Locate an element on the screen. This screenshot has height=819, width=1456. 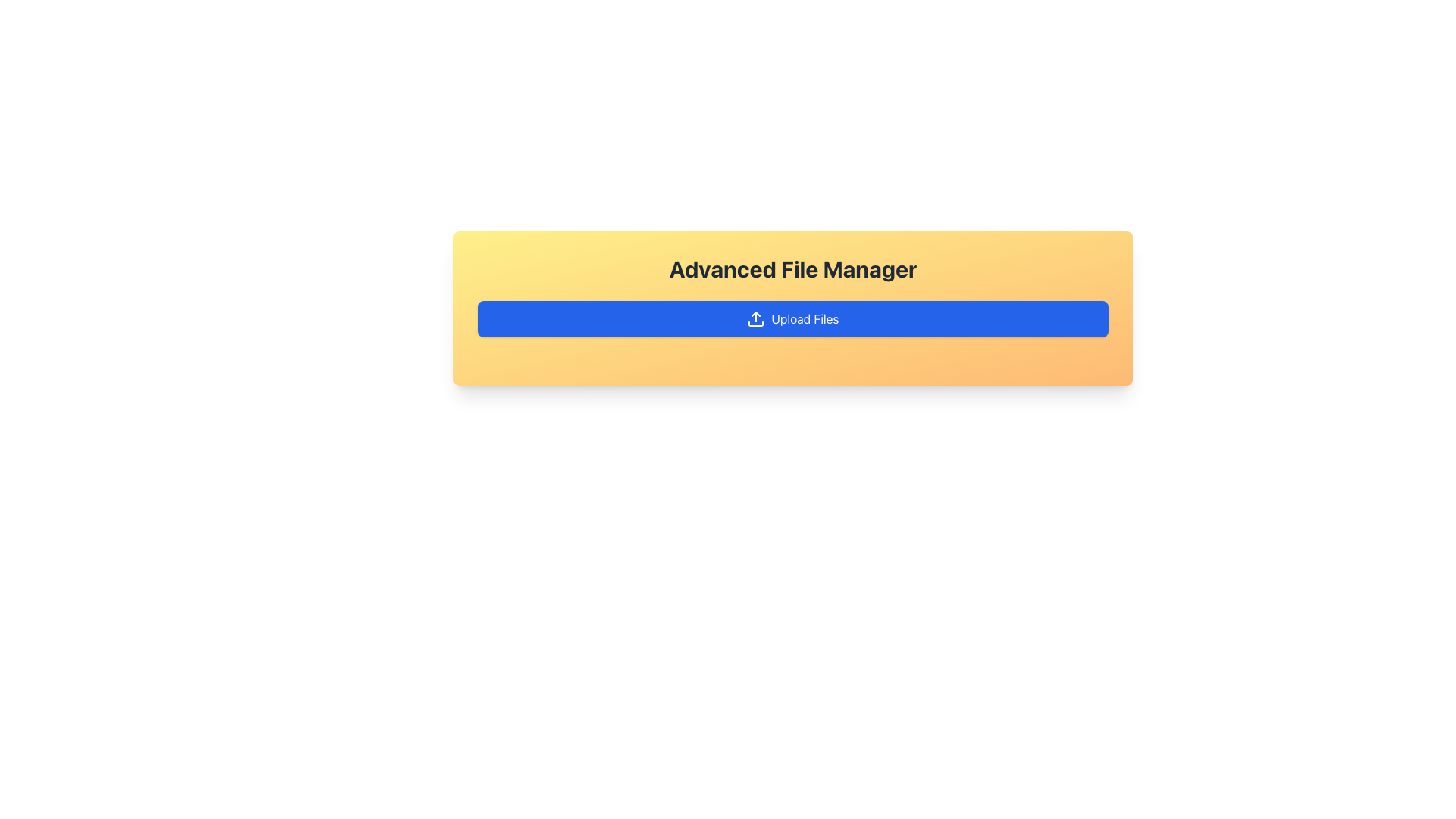
the rectangular button with a blue background, rounded corners, and the text 'Upload Files' is located at coordinates (792, 318).